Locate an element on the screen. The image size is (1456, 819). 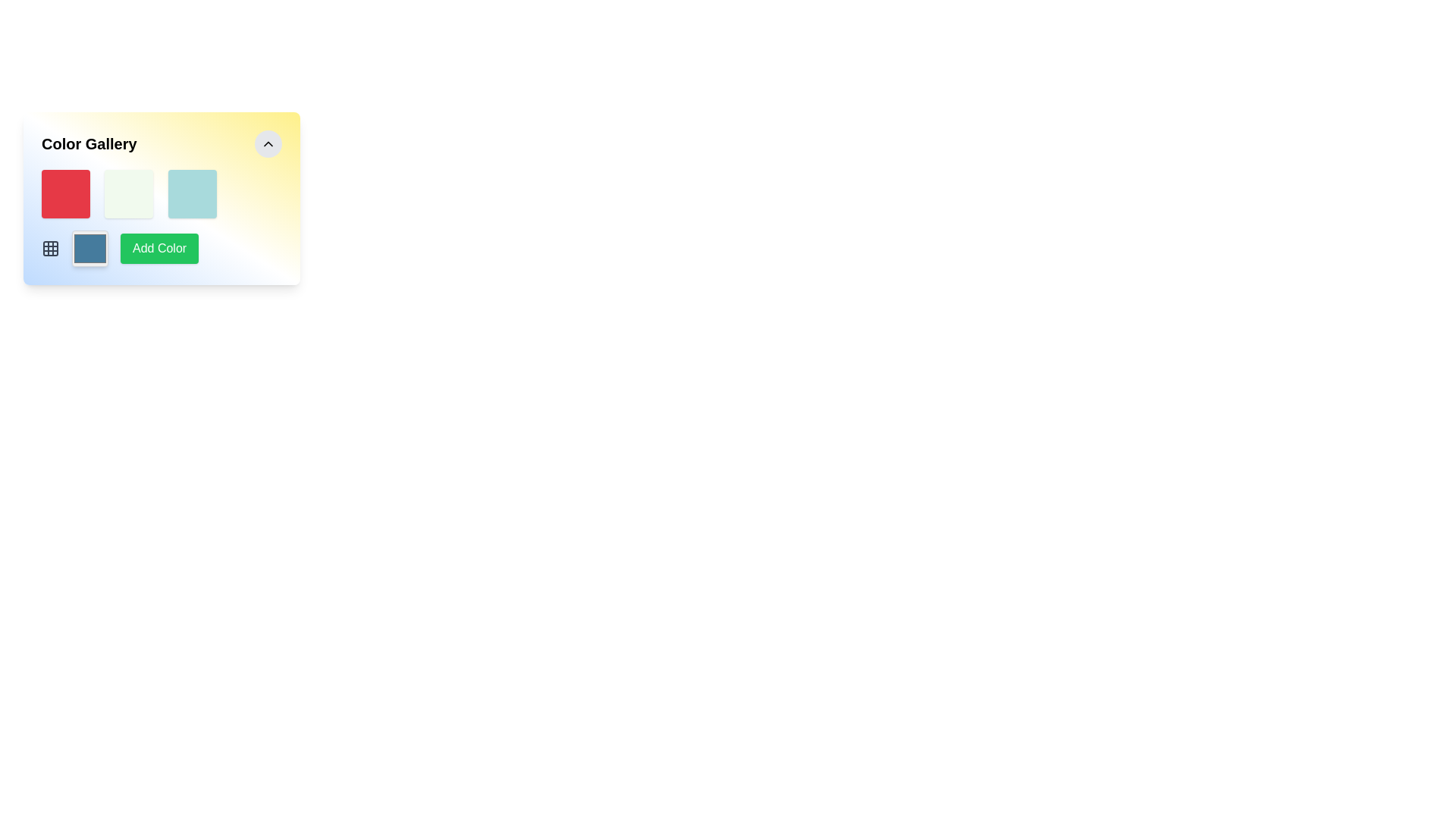
the button located in the lower central section of the 'Color Gallery' card interface is located at coordinates (162, 218).